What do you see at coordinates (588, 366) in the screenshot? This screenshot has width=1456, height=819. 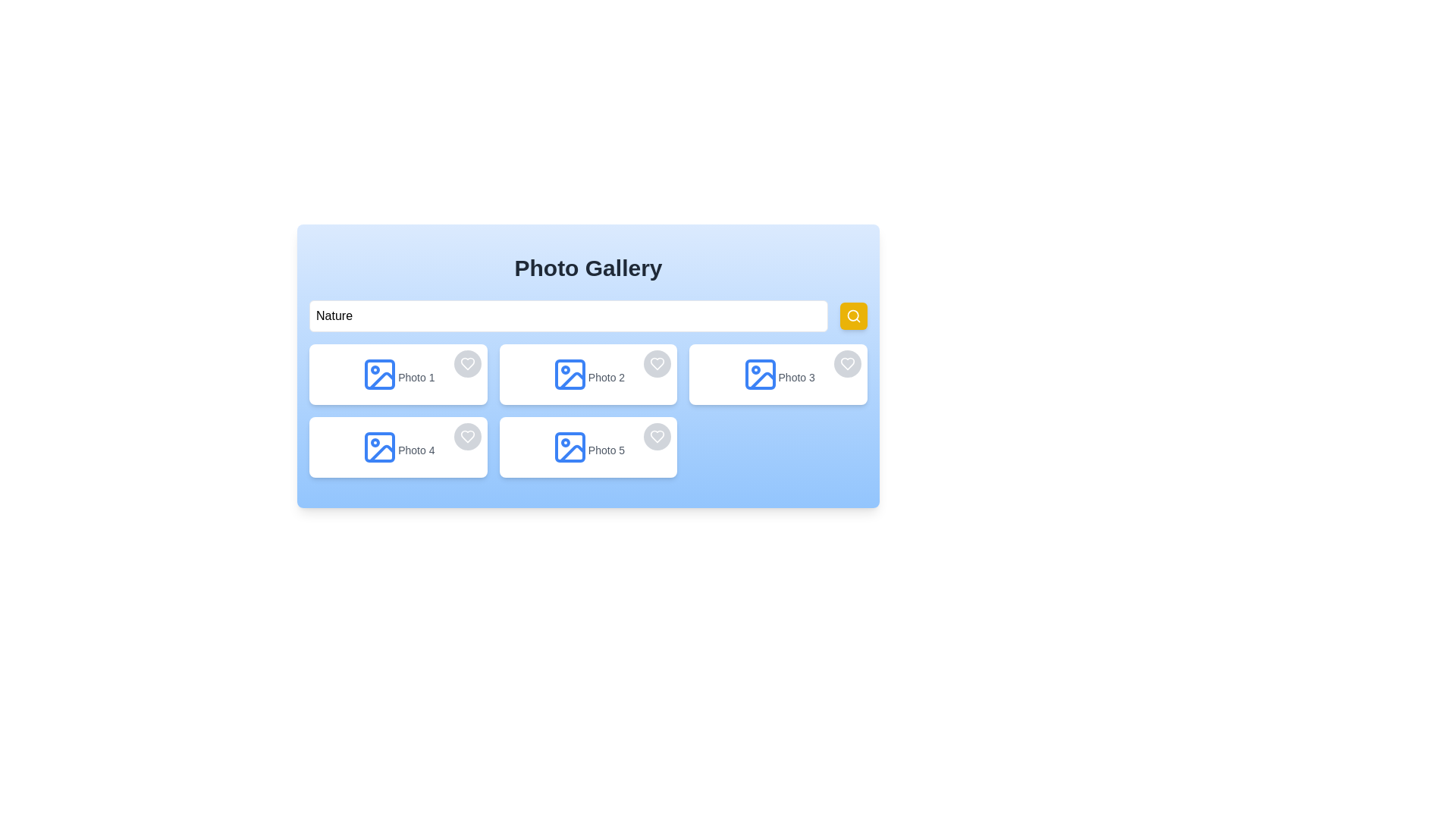 I see `a photo card within the gallery interface` at bounding box center [588, 366].